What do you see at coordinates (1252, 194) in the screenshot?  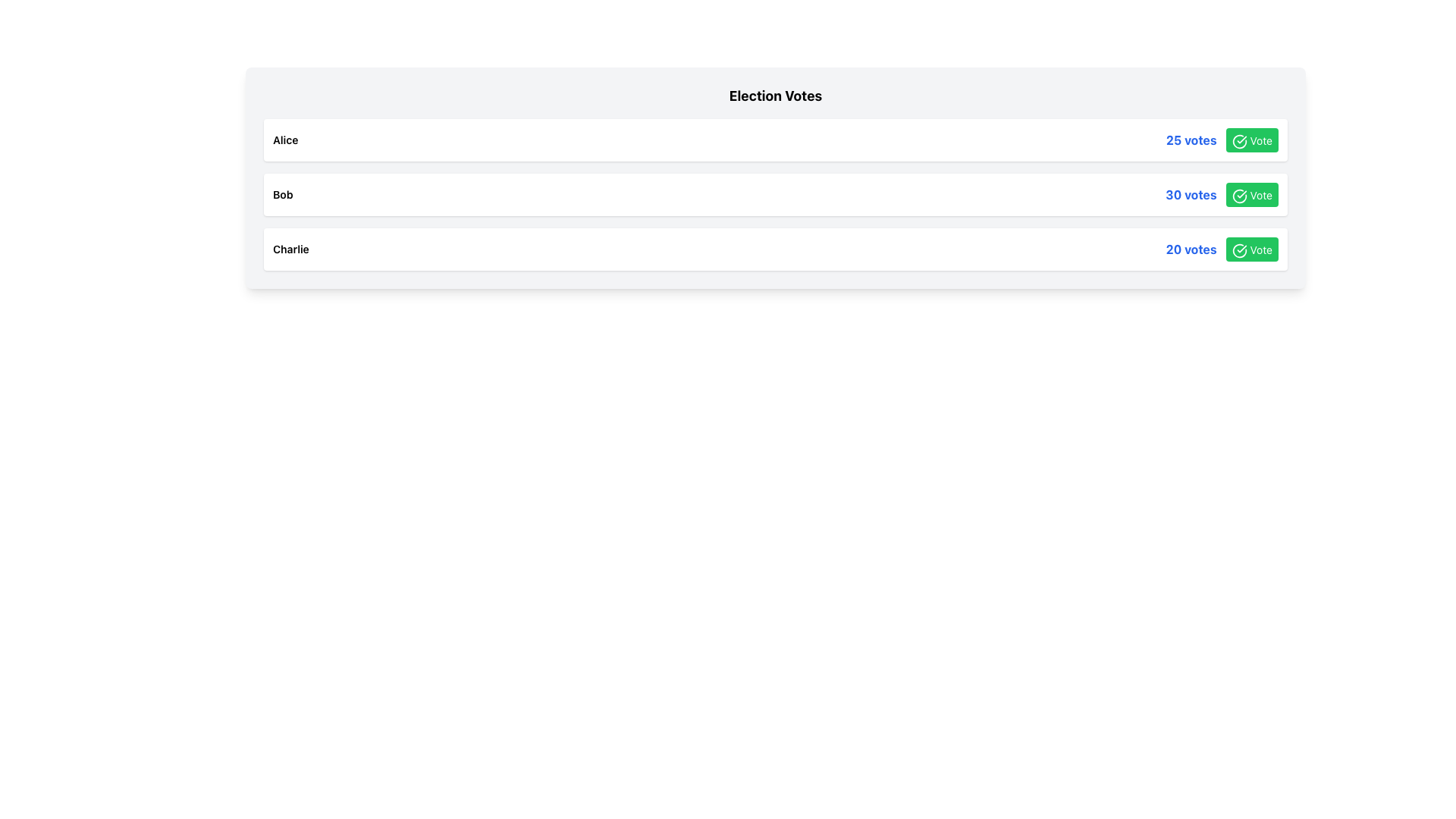 I see `the green 'Vote' button with white text and a checkmark icon to cast a vote` at bounding box center [1252, 194].